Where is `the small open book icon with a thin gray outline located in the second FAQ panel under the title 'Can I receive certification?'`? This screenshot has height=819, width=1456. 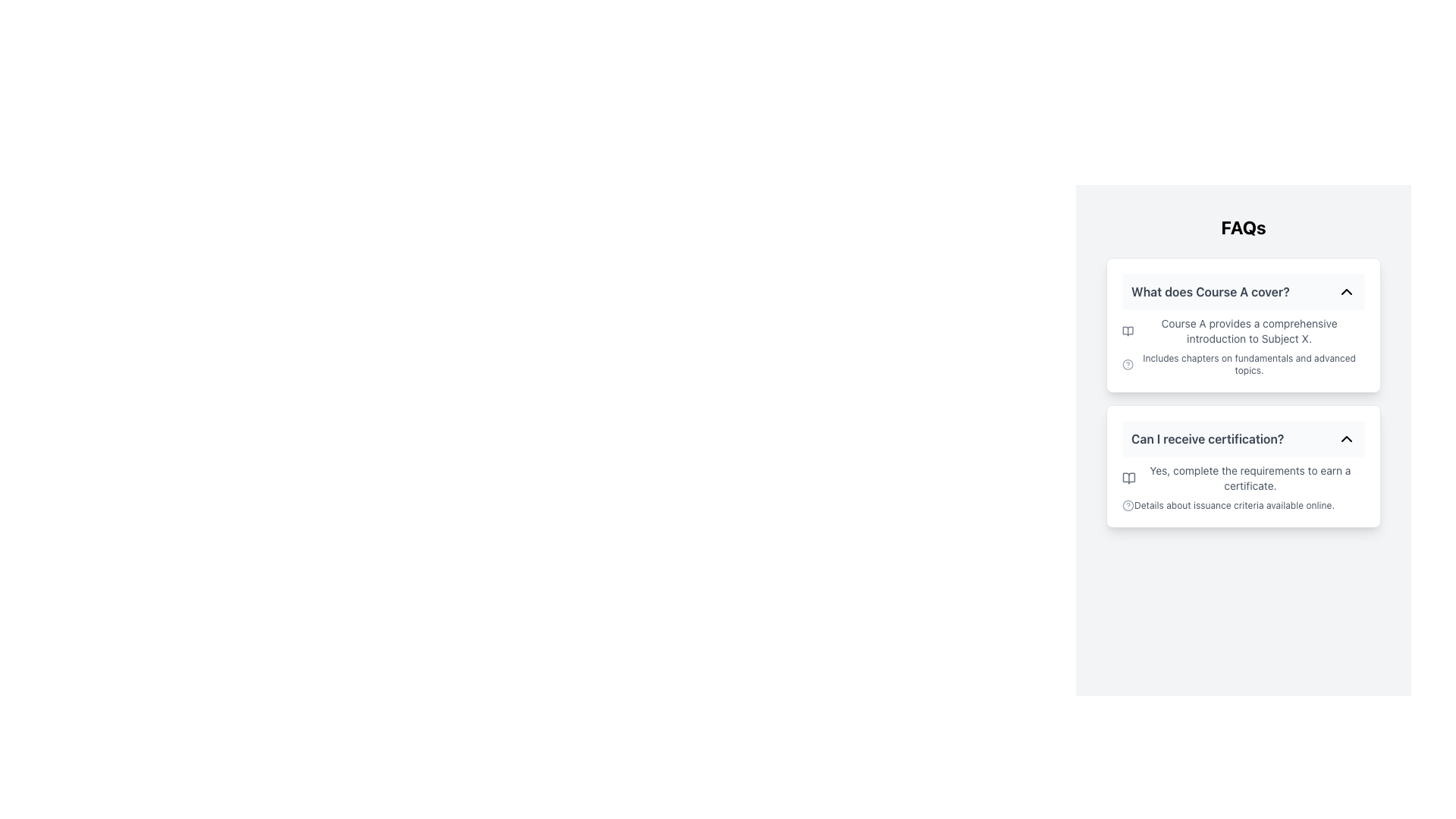
the small open book icon with a thin gray outline located in the second FAQ panel under the title 'Can I receive certification?' is located at coordinates (1128, 479).